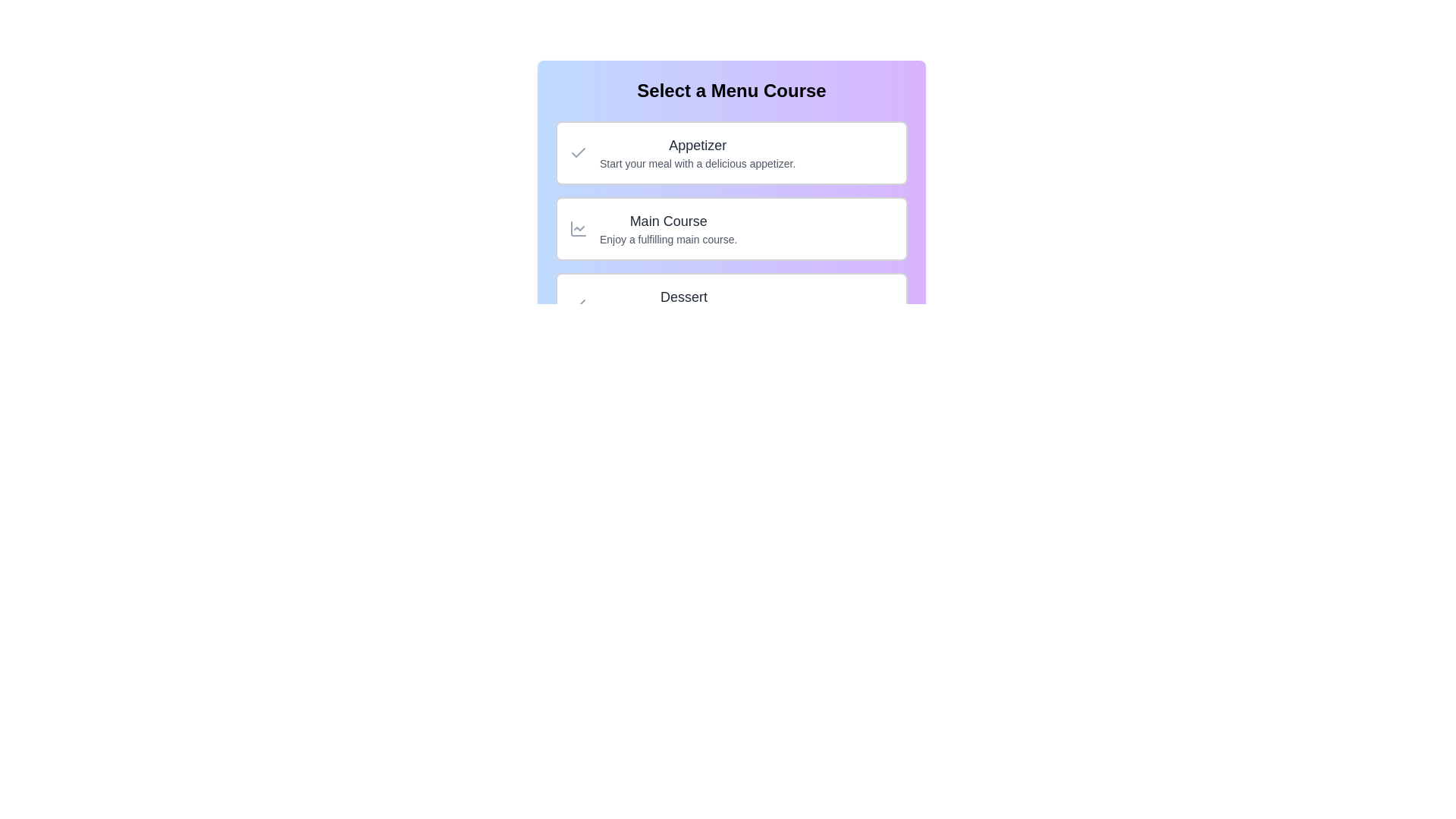 The width and height of the screenshot is (1456, 819). What do you see at coordinates (697, 164) in the screenshot?
I see `the Text Label element that reads 'Start your meal with a delicious appetizer.' which is located below the 'Appetizer' header` at bounding box center [697, 164].